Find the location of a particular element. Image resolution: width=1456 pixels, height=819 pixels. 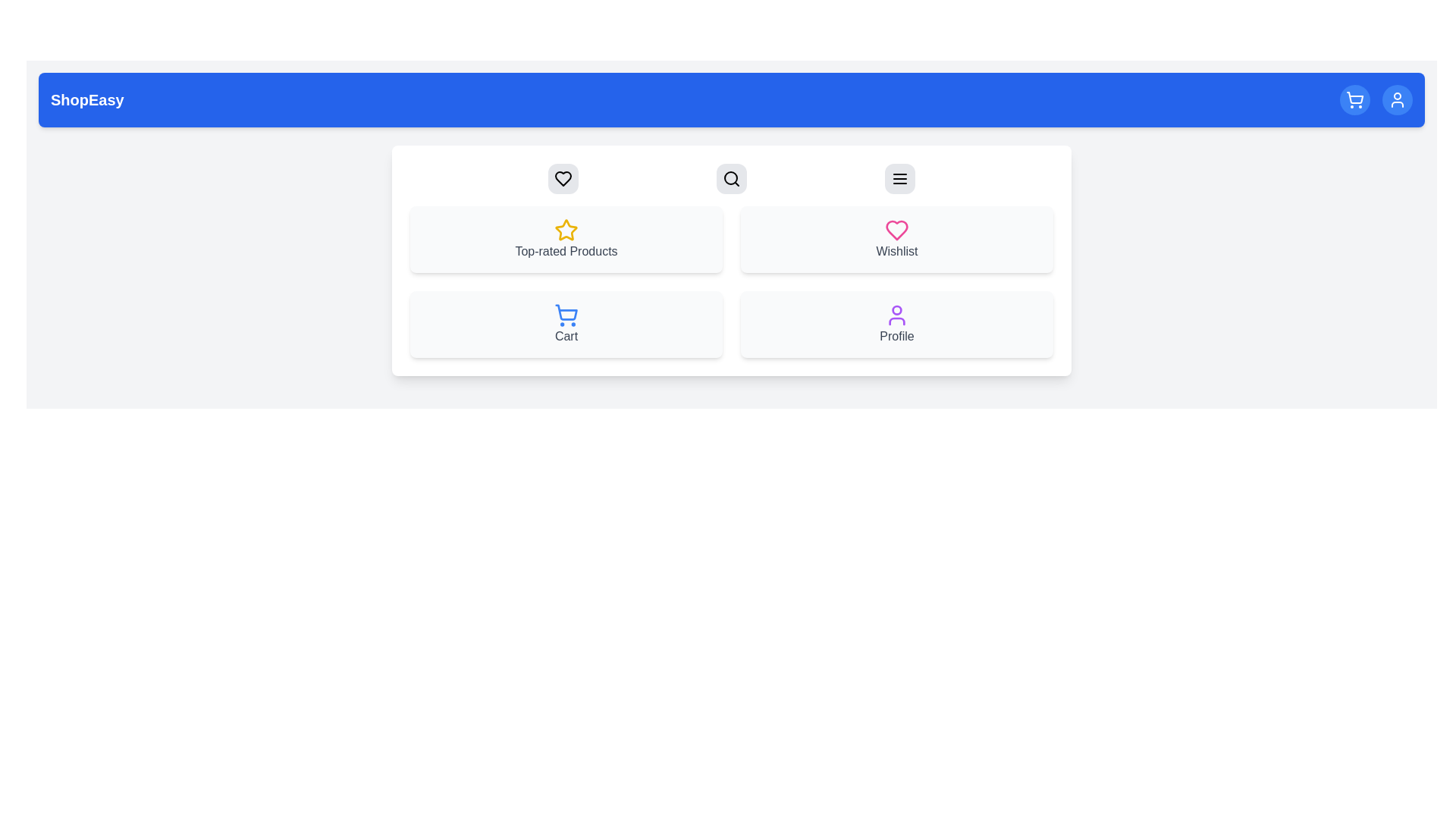

the circular graphical component resembling a lens that is part of the search icon located centrally within the third icon from the left on the navigation bar at the top of the interface is located at coordinates (731, 177).